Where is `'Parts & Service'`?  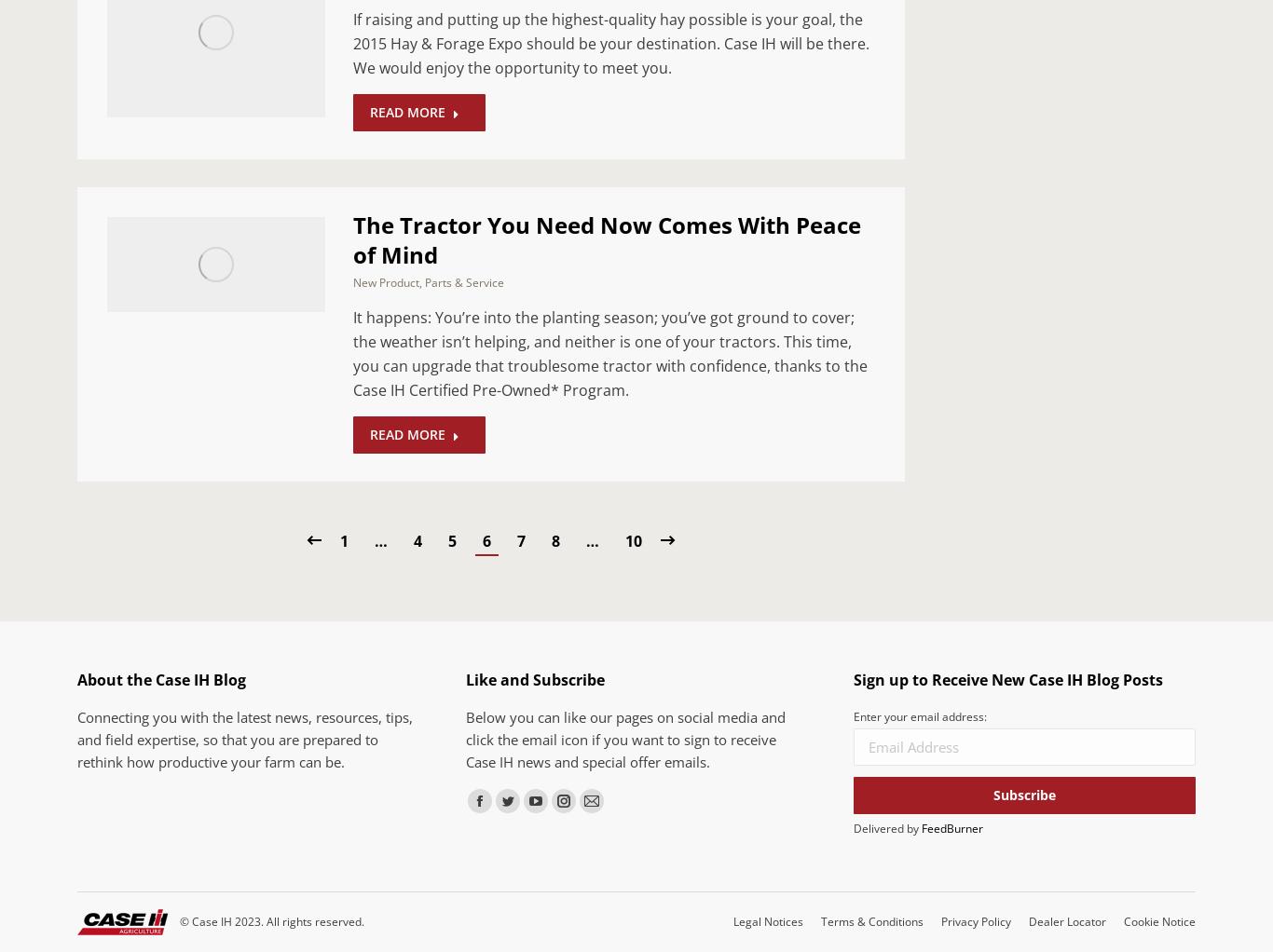
'Parts & Service' is located at coordinates (464, 280).